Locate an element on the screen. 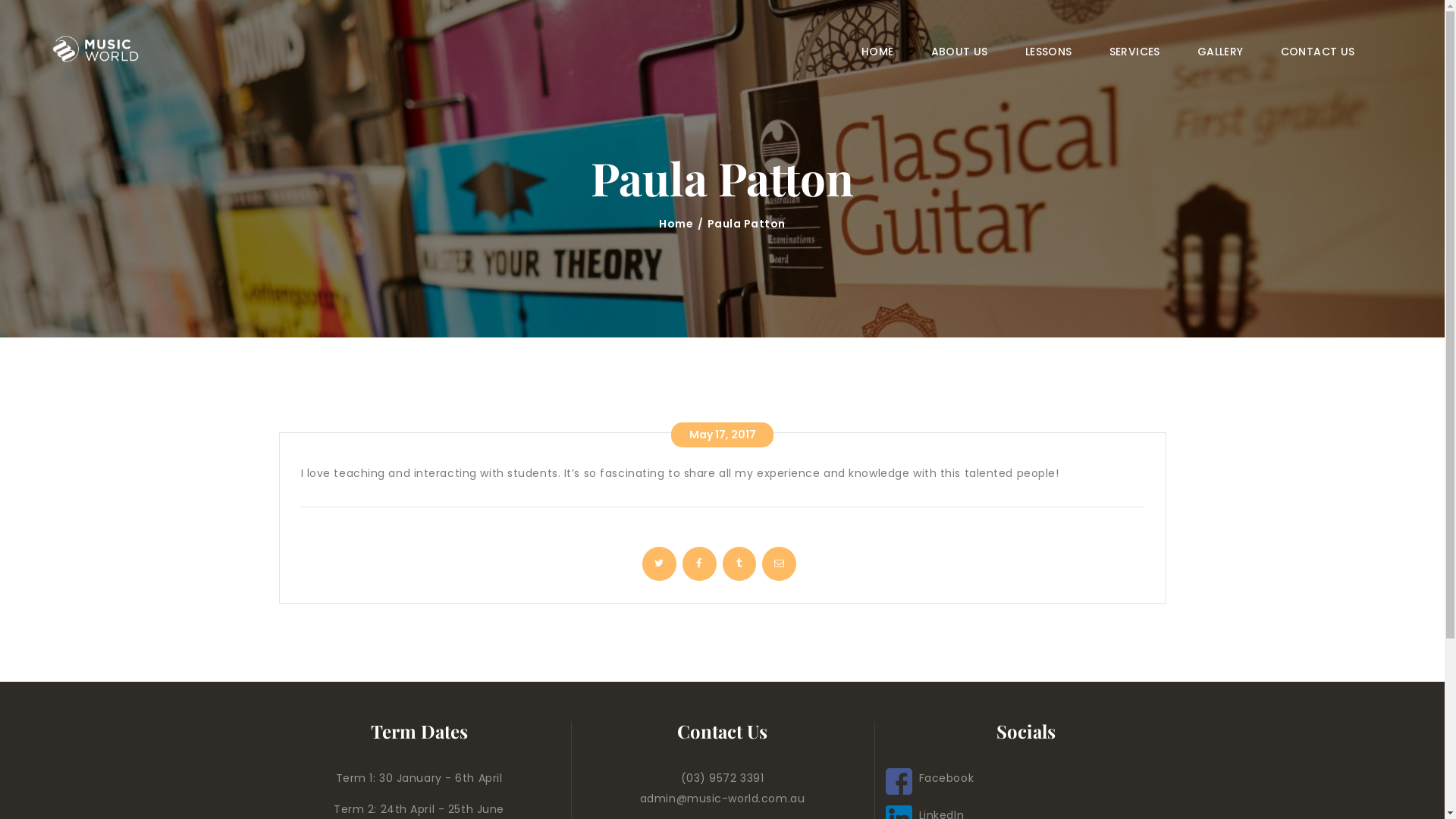 This screenshot has width=1456, height=819. 'ABOUT US' is located at coordinates (959, 51).